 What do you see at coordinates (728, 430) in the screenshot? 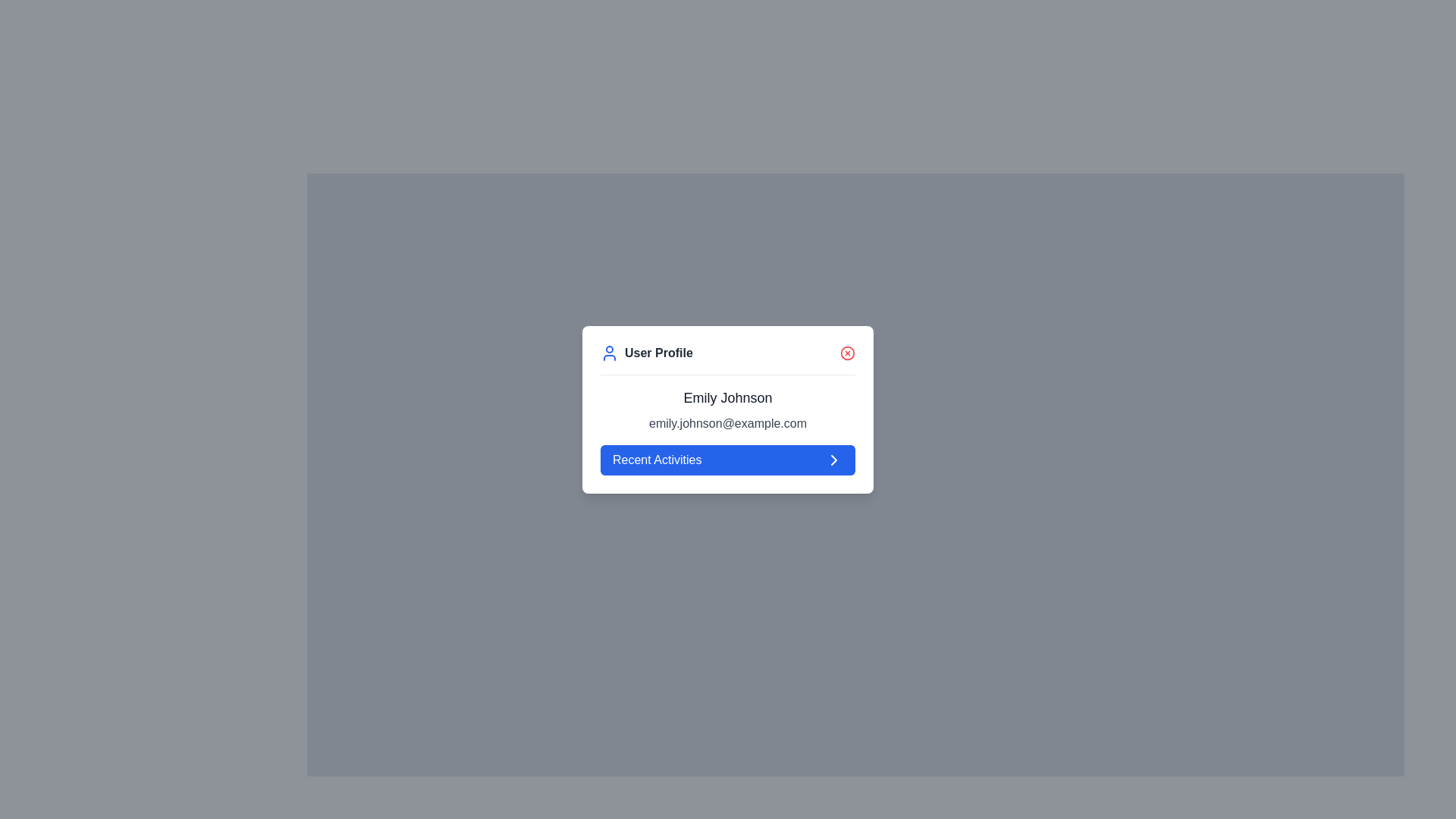
I see `text displayed in the Text block containing the name 'Emily Johnson' and the email 'emily.johnson@example.com', which is located within the User Profile card` at bounding box center [728, 430].